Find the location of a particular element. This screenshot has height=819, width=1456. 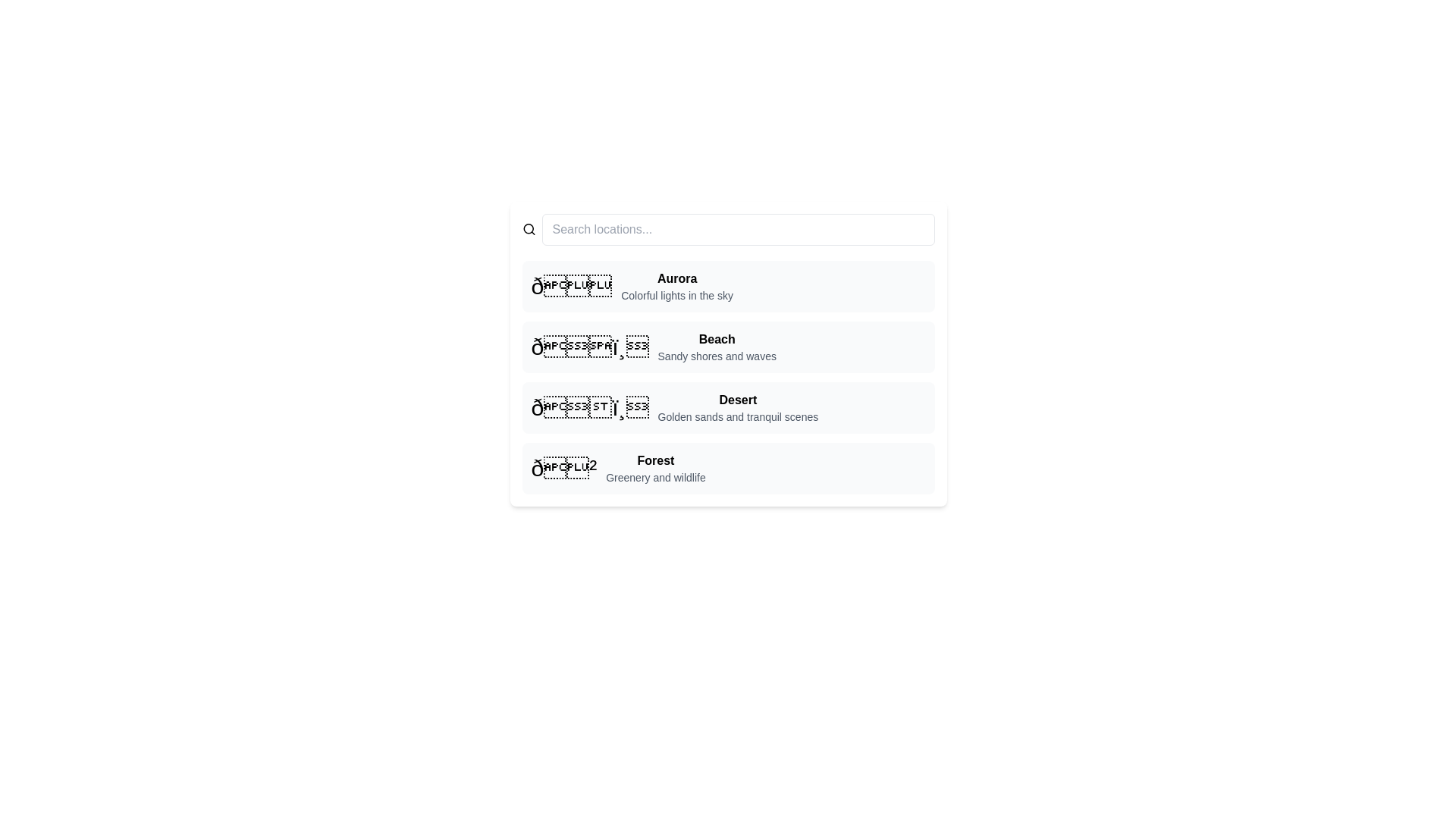

the selectable list item labeled 'Forest', which features a tree emoji on the left and is the last item in the list is located at coordinates (728, 467).